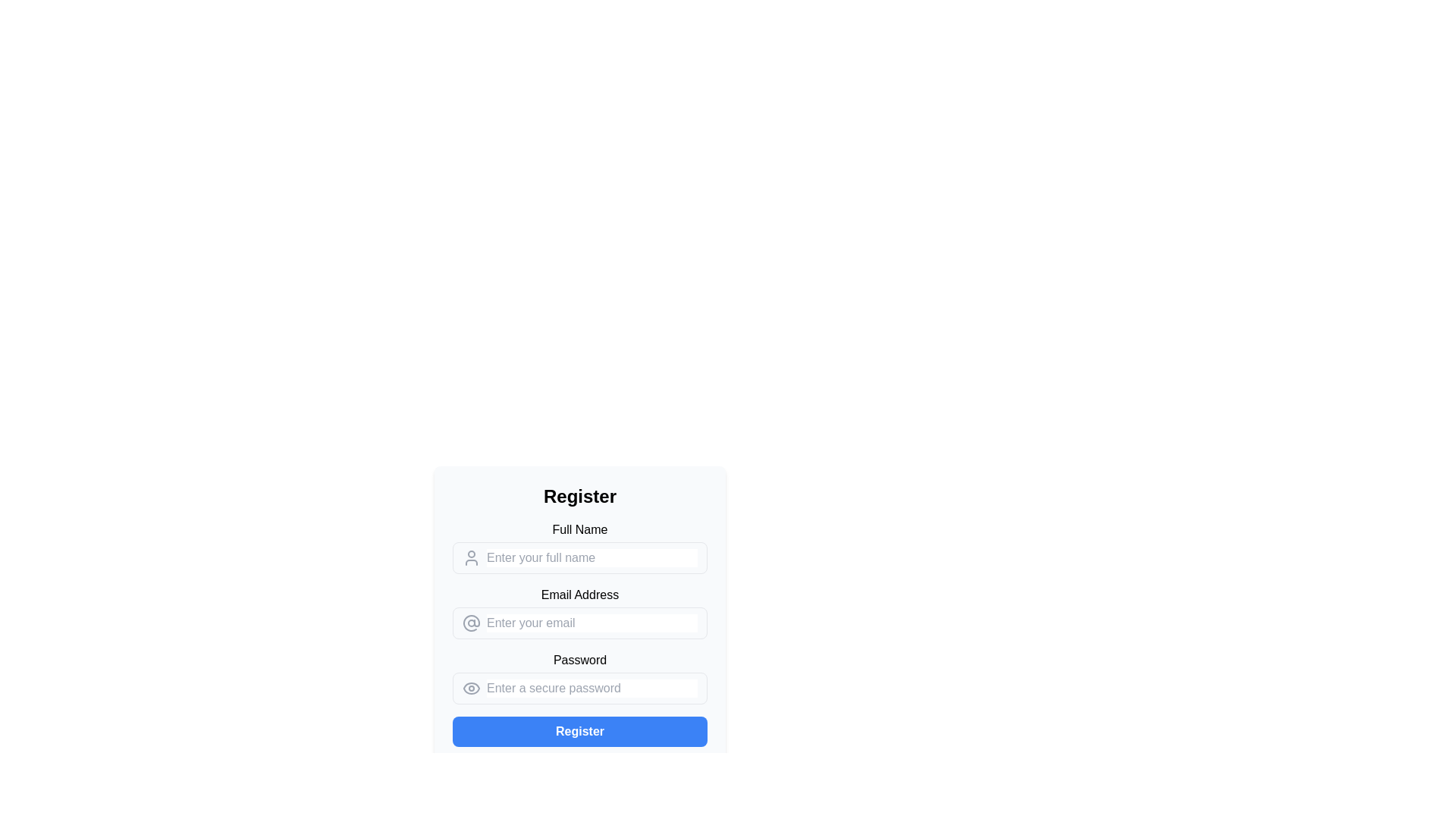 The width and height of the screenshot is (1456, 819). I want to click on the decorative icon that visually reinforces the email address input field on the registration form, located to the far left side of the input area, so click(471, 623).